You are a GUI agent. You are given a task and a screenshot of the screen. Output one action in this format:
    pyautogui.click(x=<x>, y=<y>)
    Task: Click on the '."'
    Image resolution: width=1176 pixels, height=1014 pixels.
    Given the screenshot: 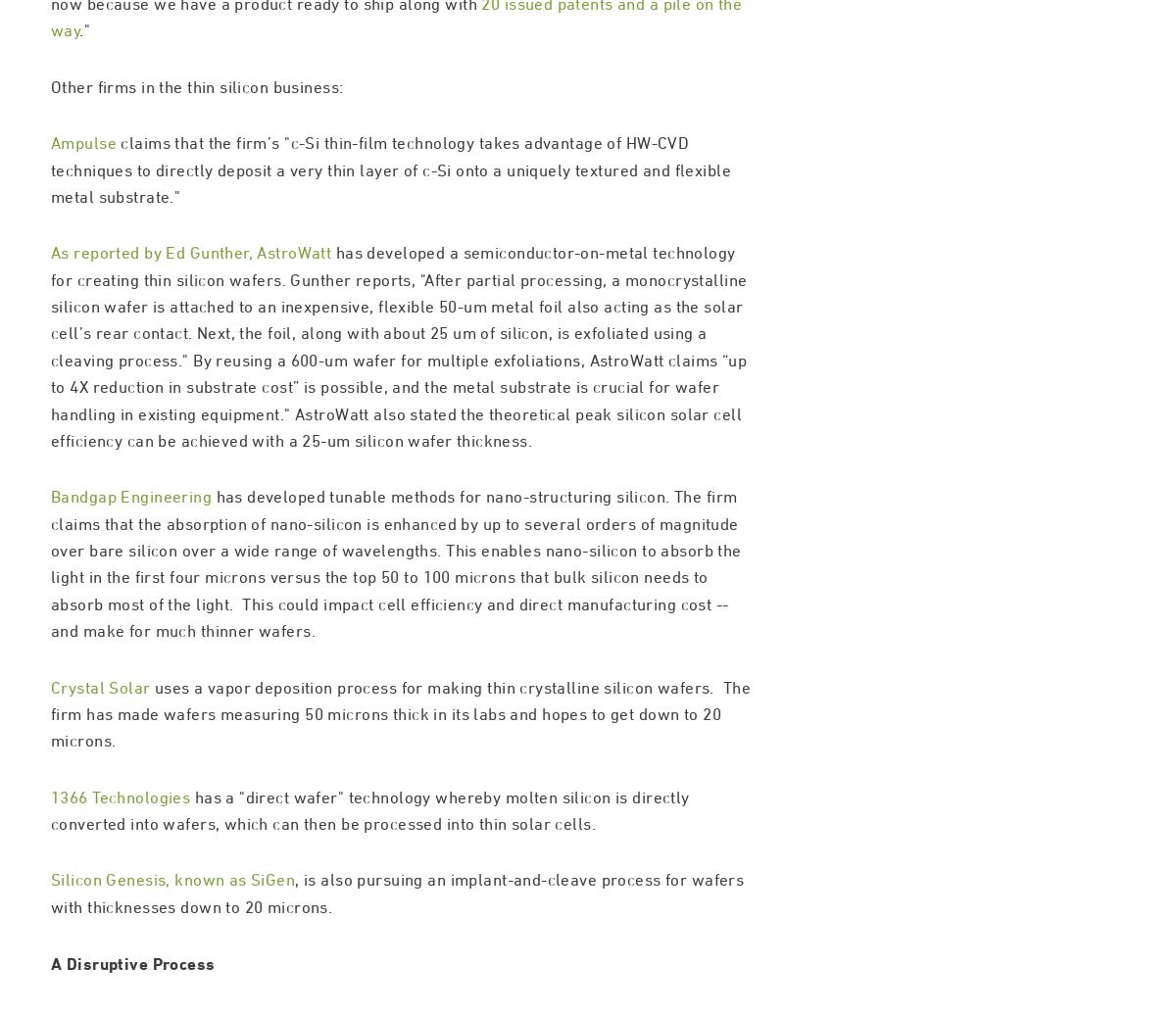 What is the action you would take?
    pyautogui.click(x=85, y=114)
    